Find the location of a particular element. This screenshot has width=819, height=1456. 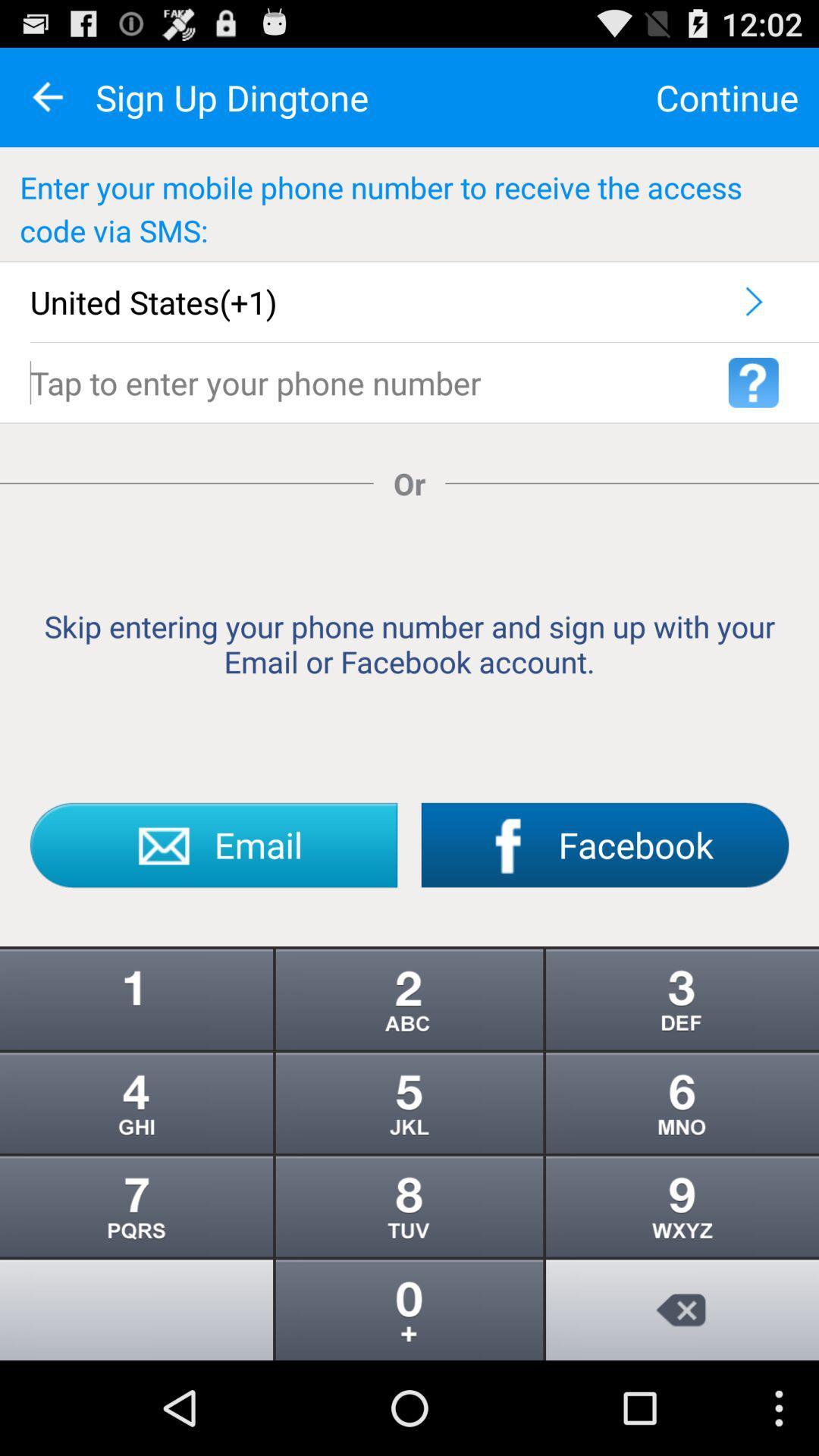

the help icon is located at coordinates (753, 409).